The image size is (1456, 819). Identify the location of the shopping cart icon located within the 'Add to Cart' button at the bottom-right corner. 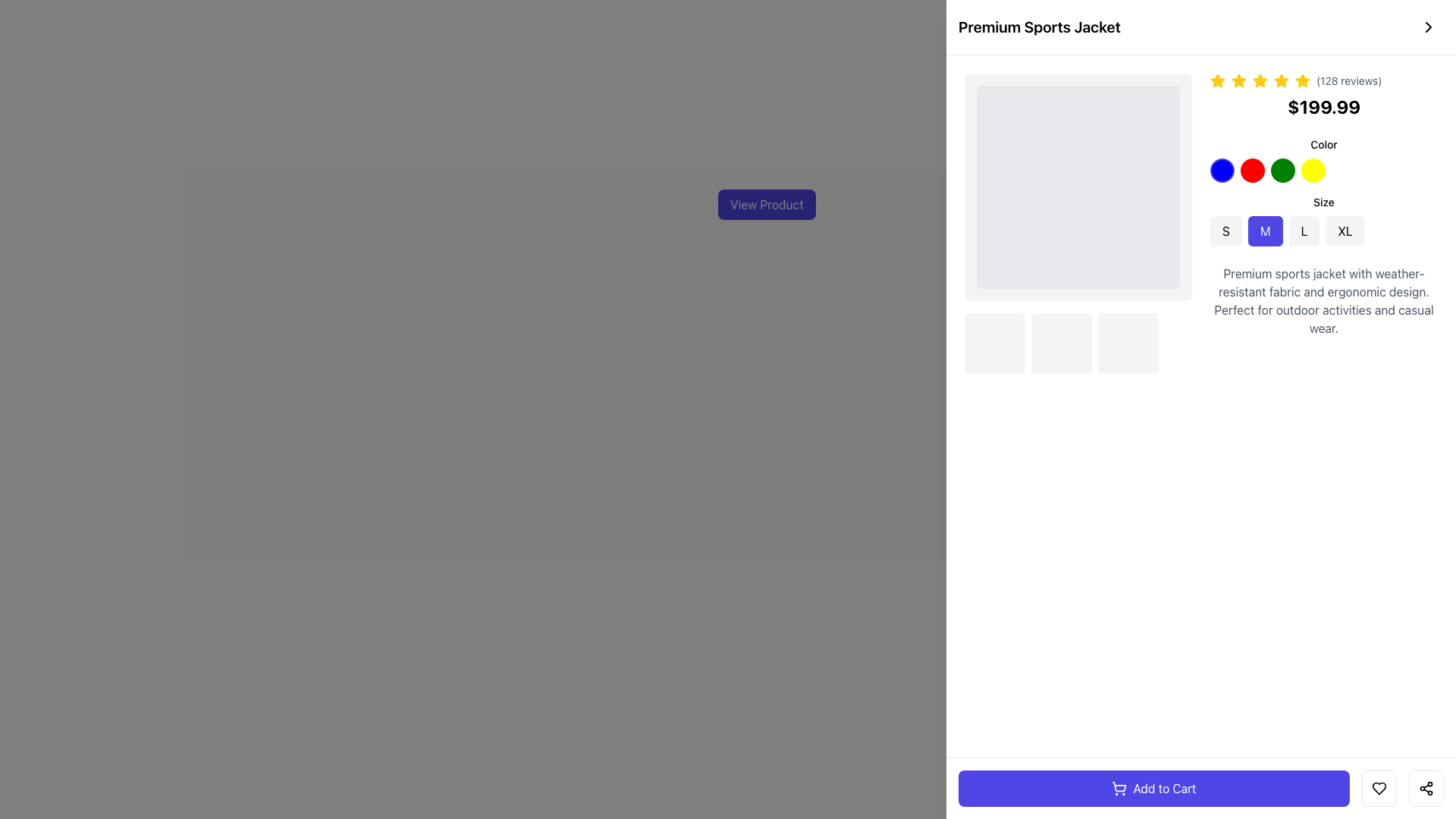
(1119, 786).